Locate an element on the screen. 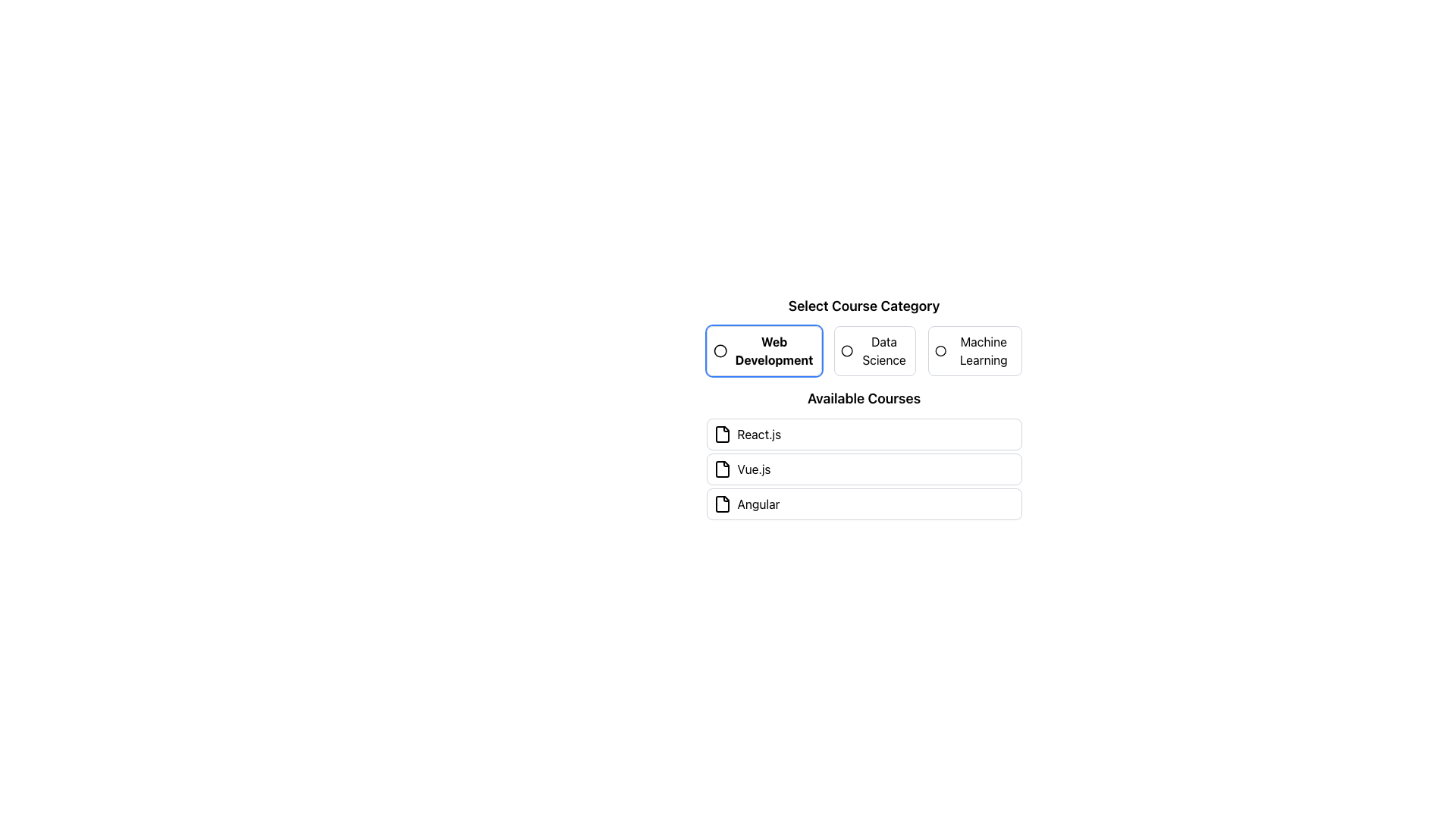 The height and width of the screenshot is (819, 1456). the 'Machine Learning' radio button to activate this category is located at coordinates (974, 350).